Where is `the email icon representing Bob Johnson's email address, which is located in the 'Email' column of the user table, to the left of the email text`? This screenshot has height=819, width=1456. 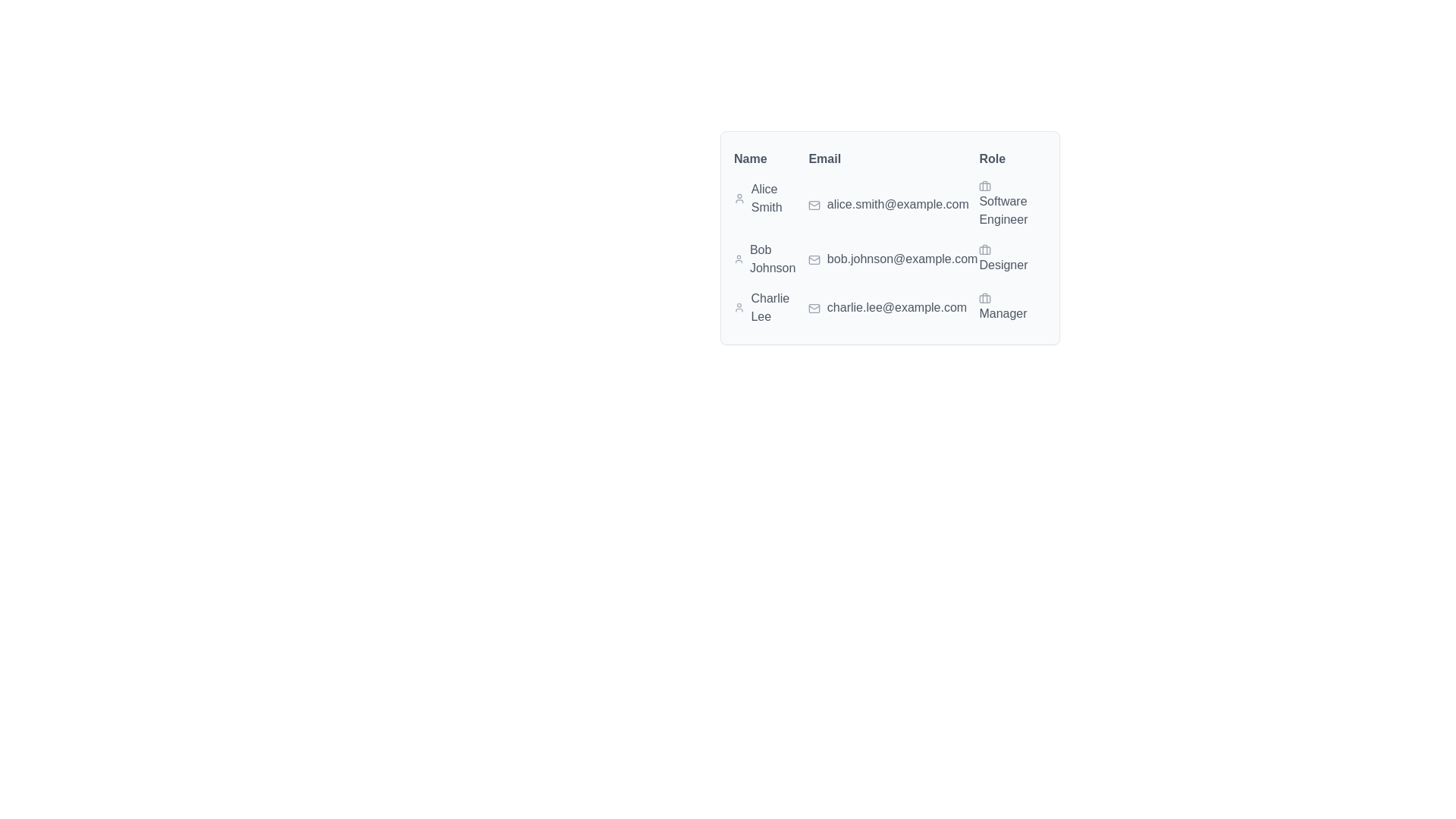
the email icon representing Bob Johnson's email address, which is located in the 'Email' column of the user table, to the left of the email text is located at coordinates (814, 259).